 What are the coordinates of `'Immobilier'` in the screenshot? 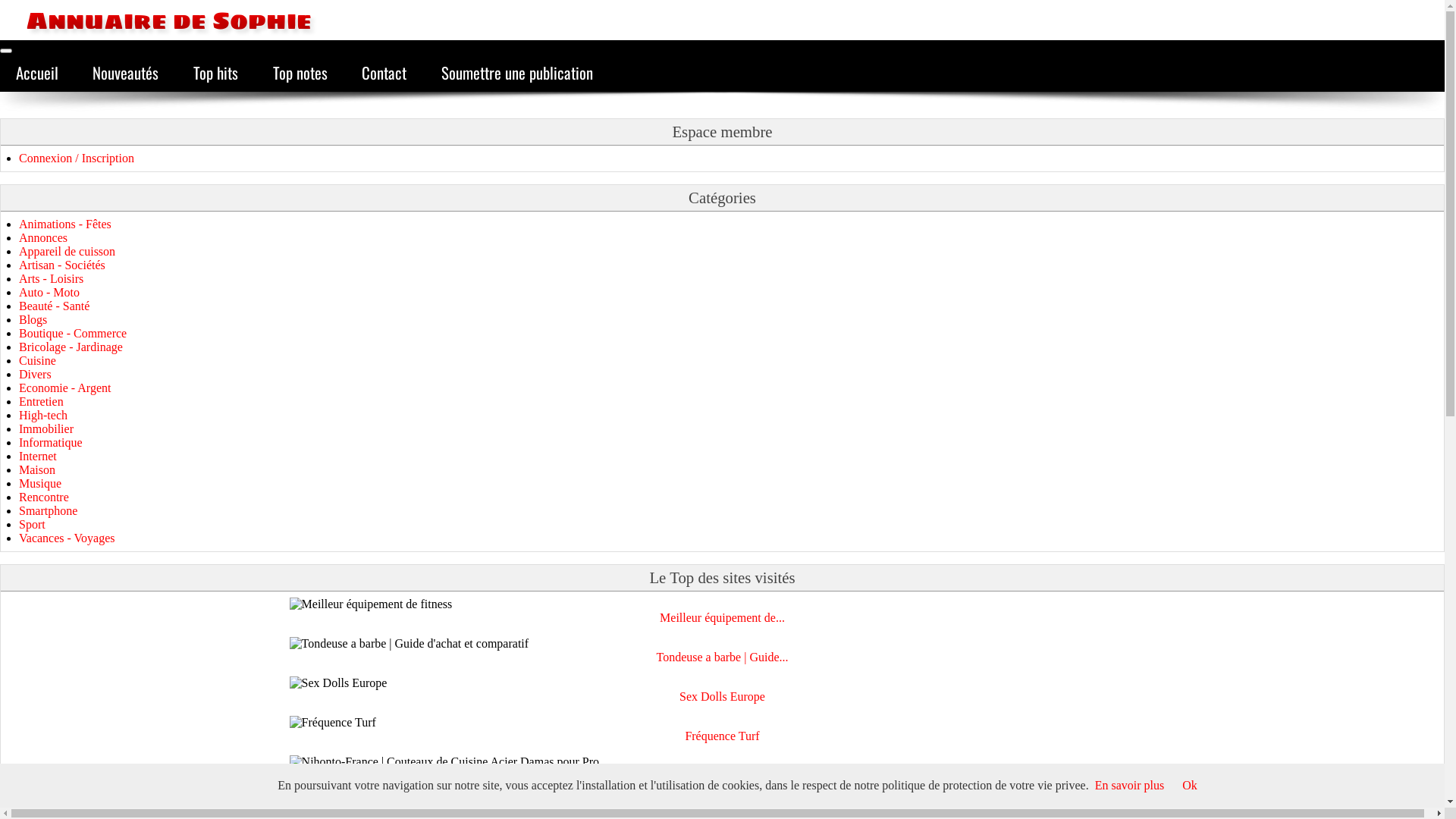 It's located at (46, 428).